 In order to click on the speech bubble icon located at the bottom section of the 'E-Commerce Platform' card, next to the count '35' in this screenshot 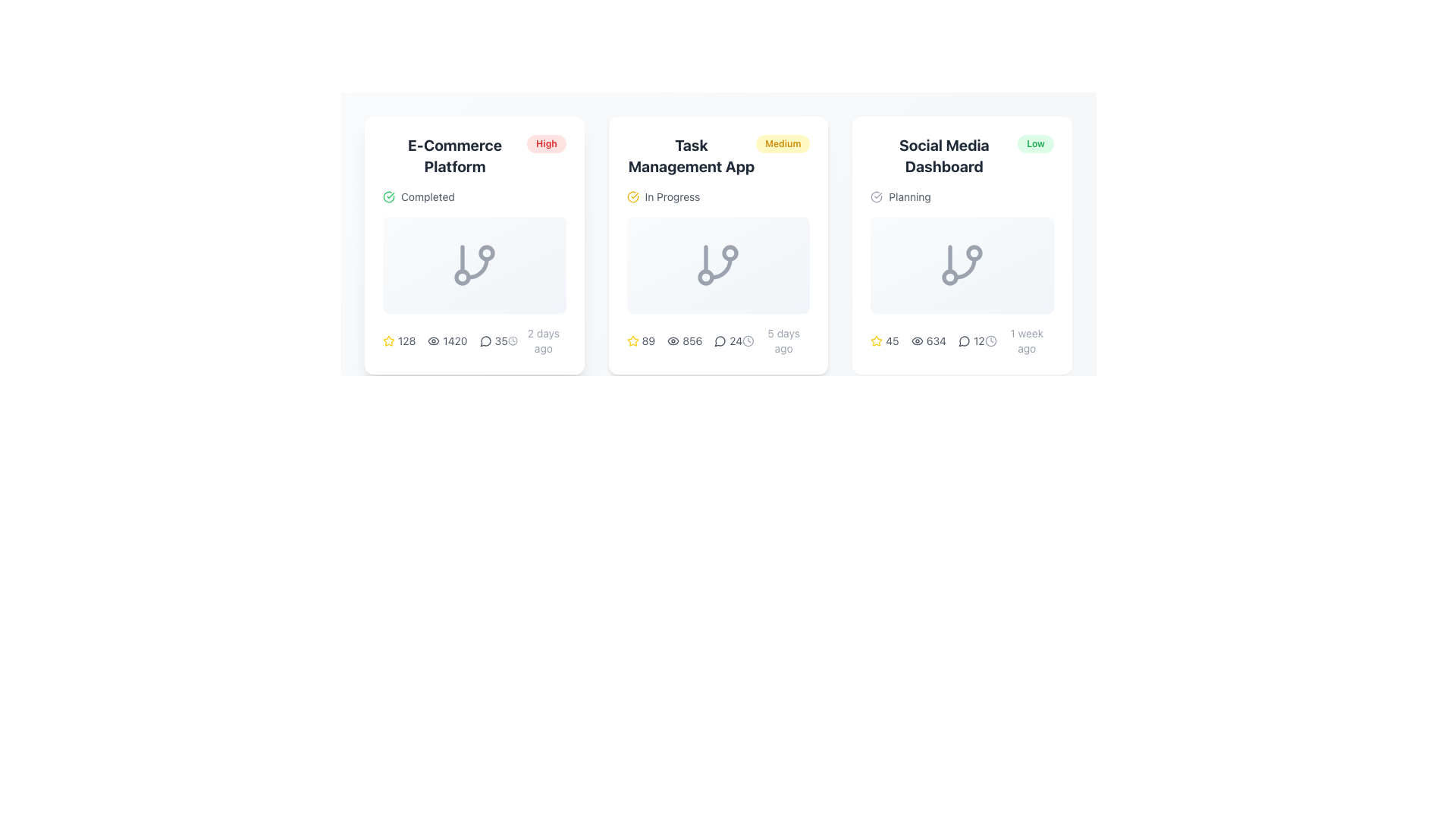, I will do `click(485, 341)`.